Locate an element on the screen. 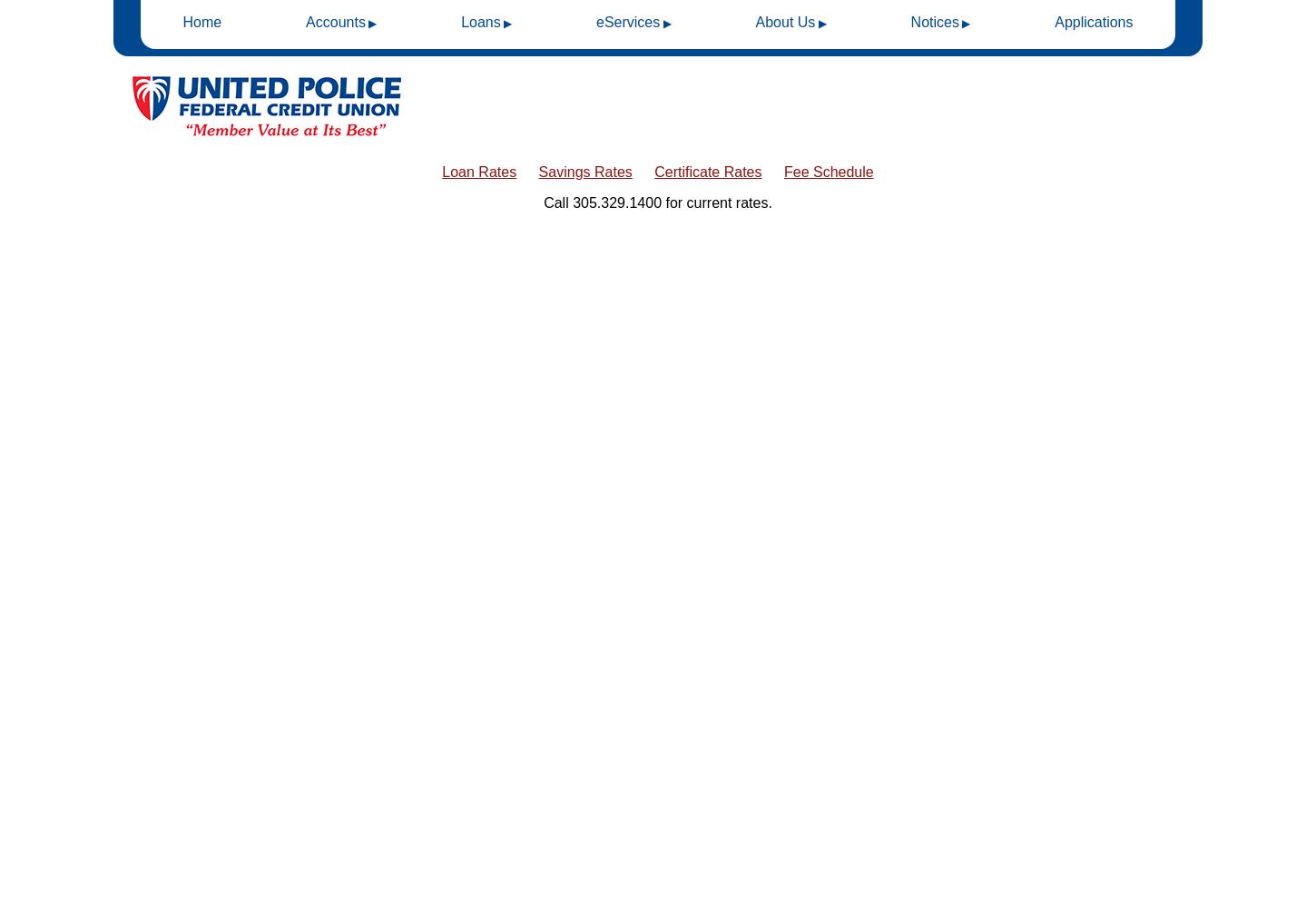 The width and height of the screenshot is (1316, 908). 'eServices' is located at coordinates (626, 22).